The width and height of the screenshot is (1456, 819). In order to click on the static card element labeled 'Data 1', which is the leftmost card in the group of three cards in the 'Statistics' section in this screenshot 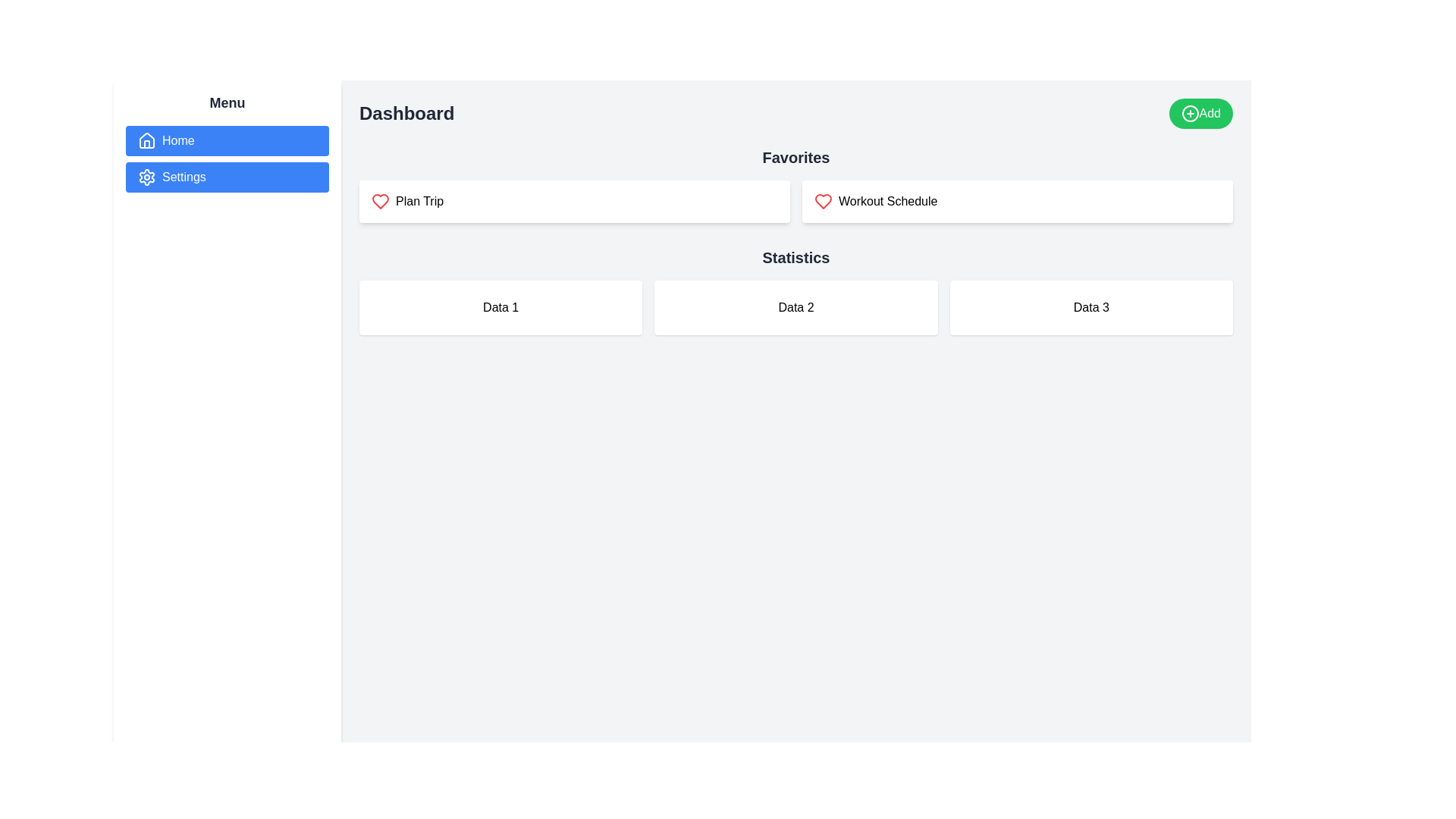, I will do `click(500, 307)`.